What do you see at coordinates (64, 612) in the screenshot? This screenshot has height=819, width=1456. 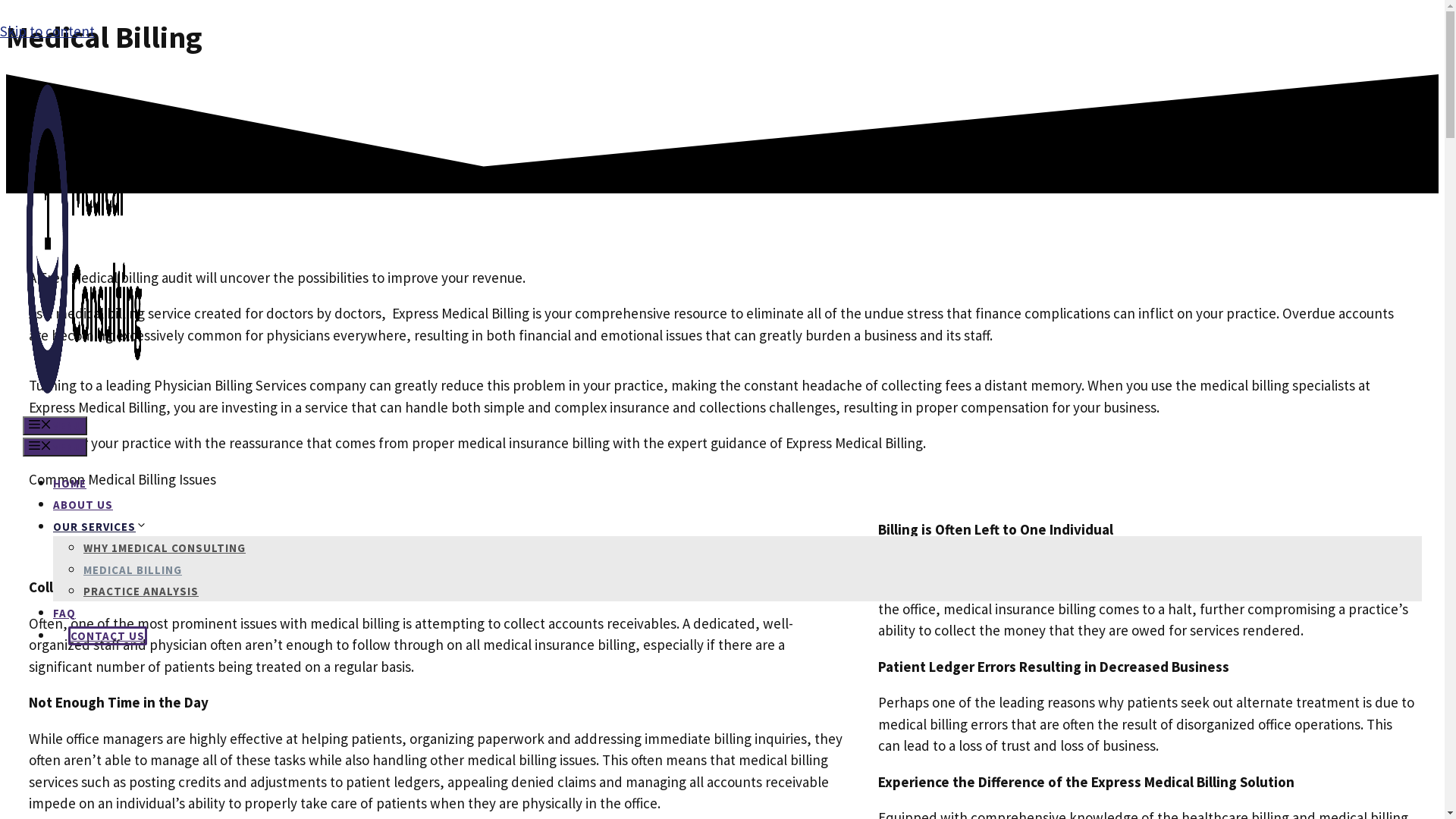 I see `'FAQ'` at bounding box center [64, 612].